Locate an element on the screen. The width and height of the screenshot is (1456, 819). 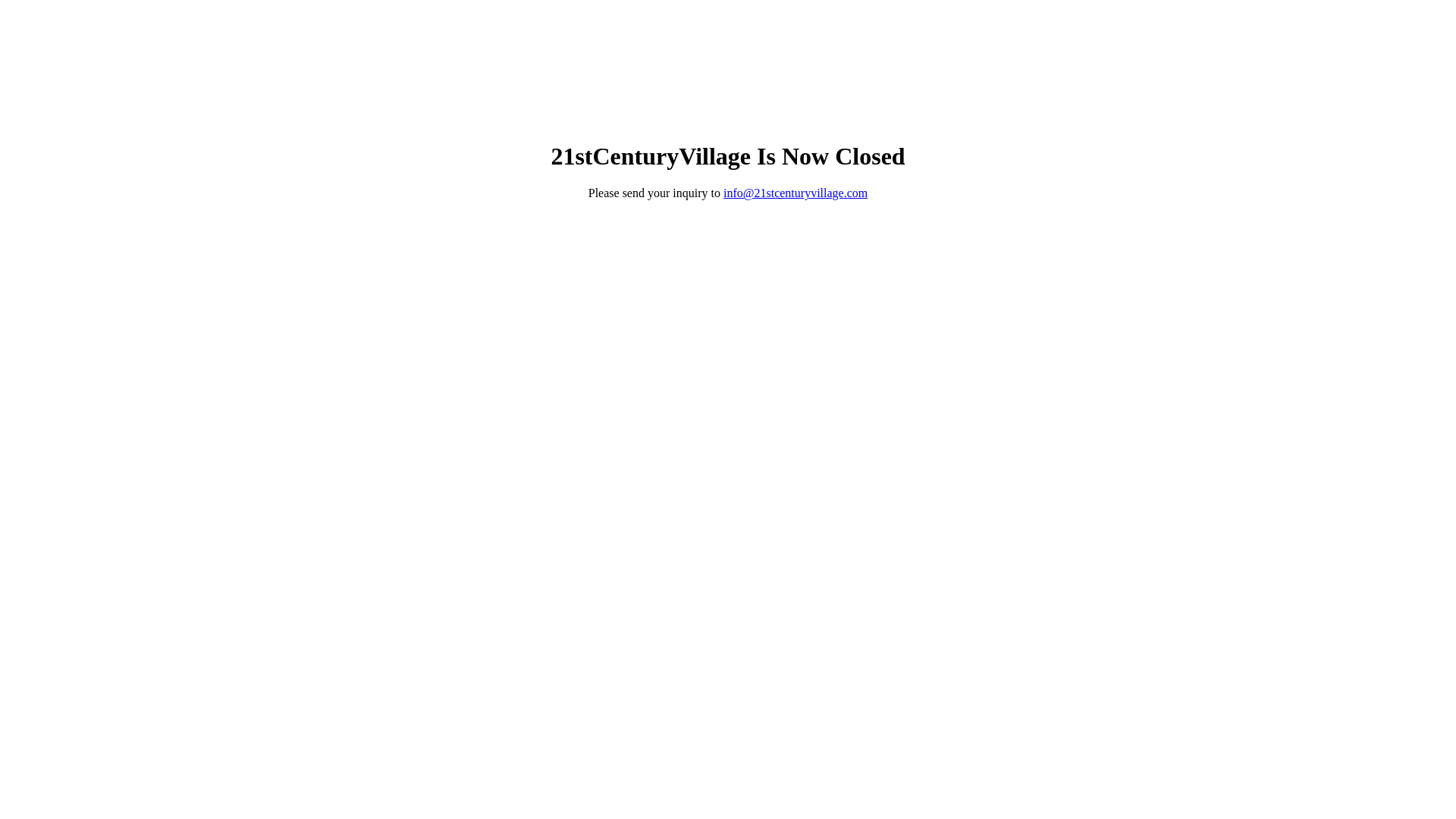
'info@21stcenturyvillage.com' is located at coordinates (795, 192).